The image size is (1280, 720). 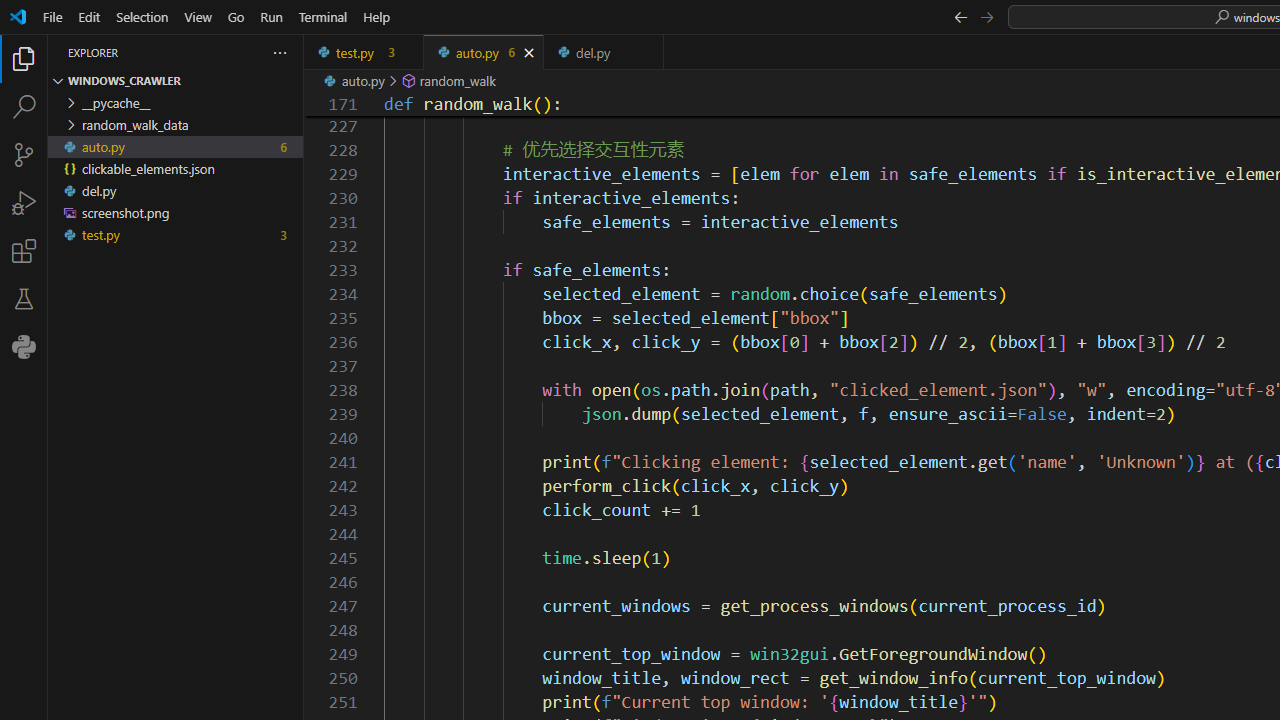 What do you see at coordinates (323, 16) in the screenshot?
I see `'Terminal'` at bounding box center [323, 16].